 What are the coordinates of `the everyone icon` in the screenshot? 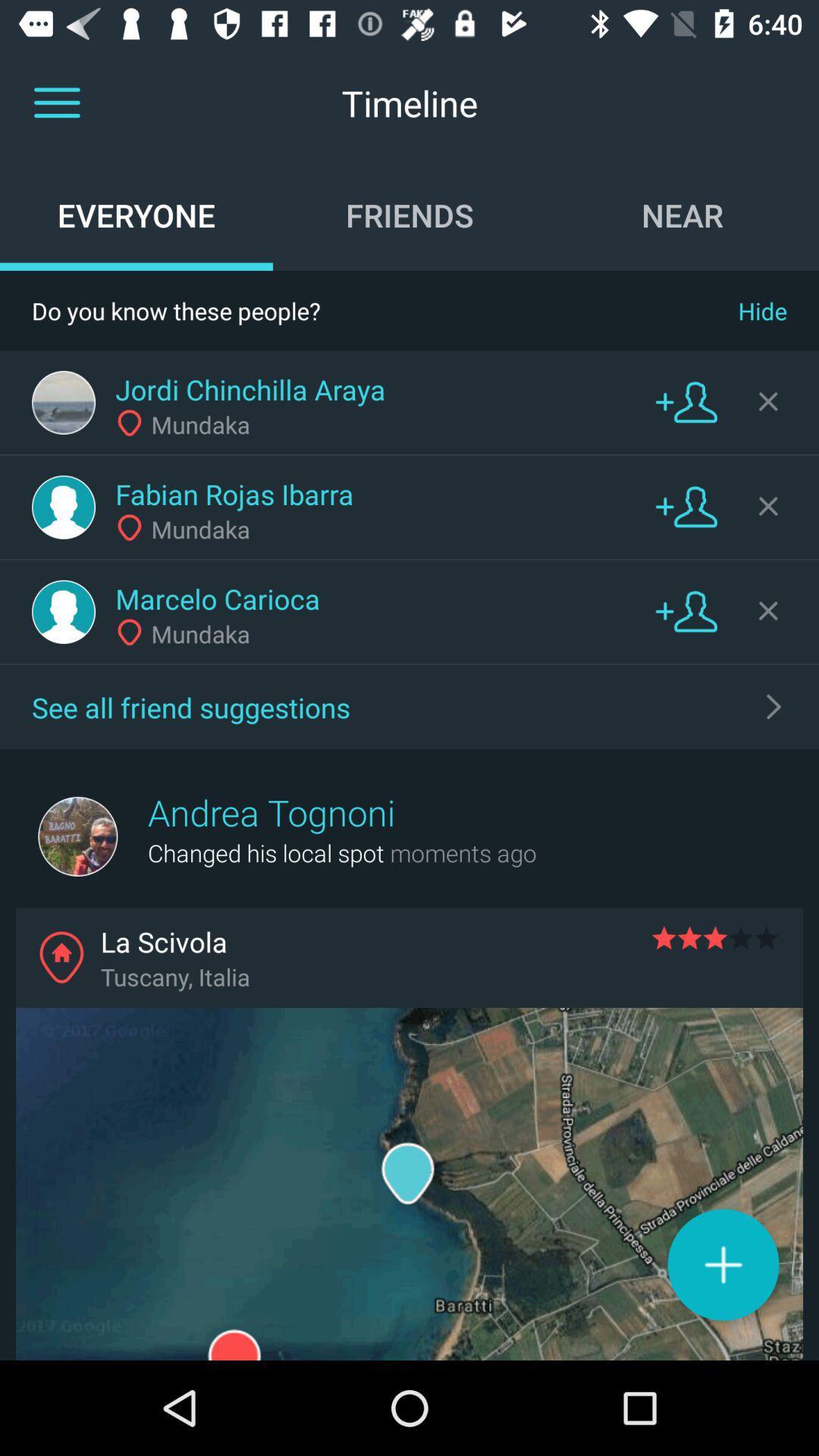 It's located at (136, 214).